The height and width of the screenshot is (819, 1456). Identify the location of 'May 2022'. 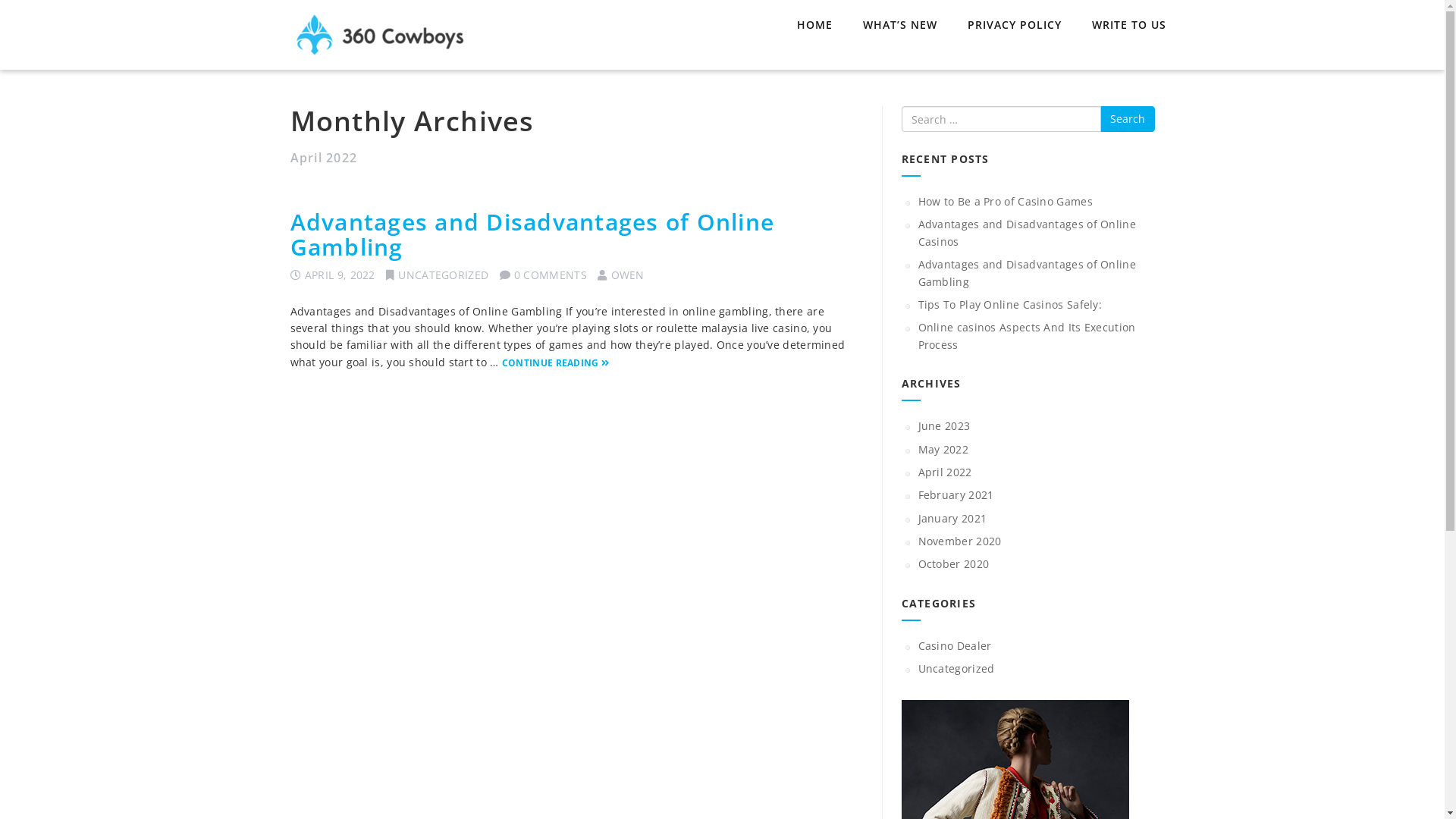
(942, 448).